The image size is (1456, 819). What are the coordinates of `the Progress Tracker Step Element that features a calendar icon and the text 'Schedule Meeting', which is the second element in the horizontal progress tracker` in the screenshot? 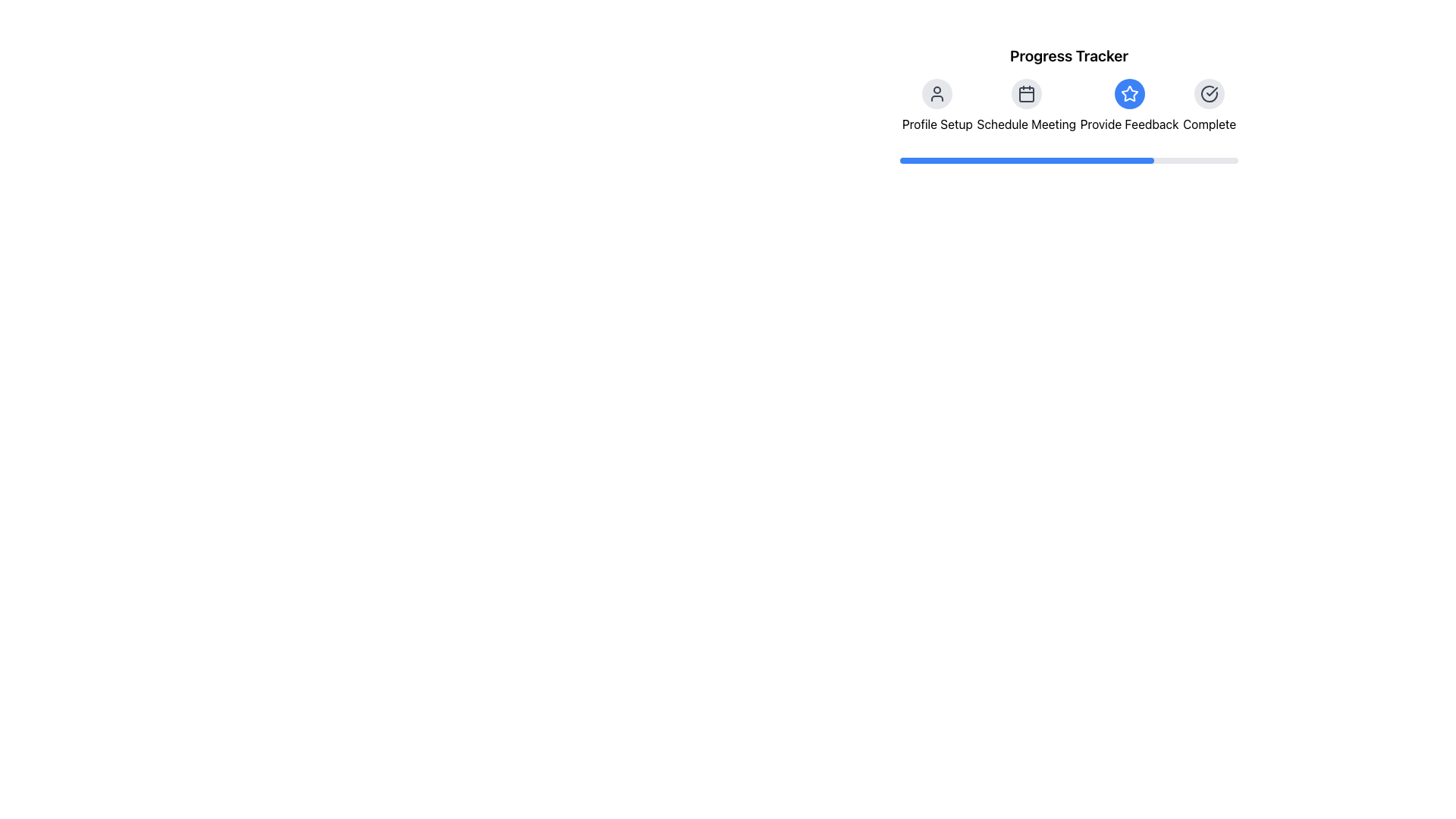 It's located at (1026, 105).